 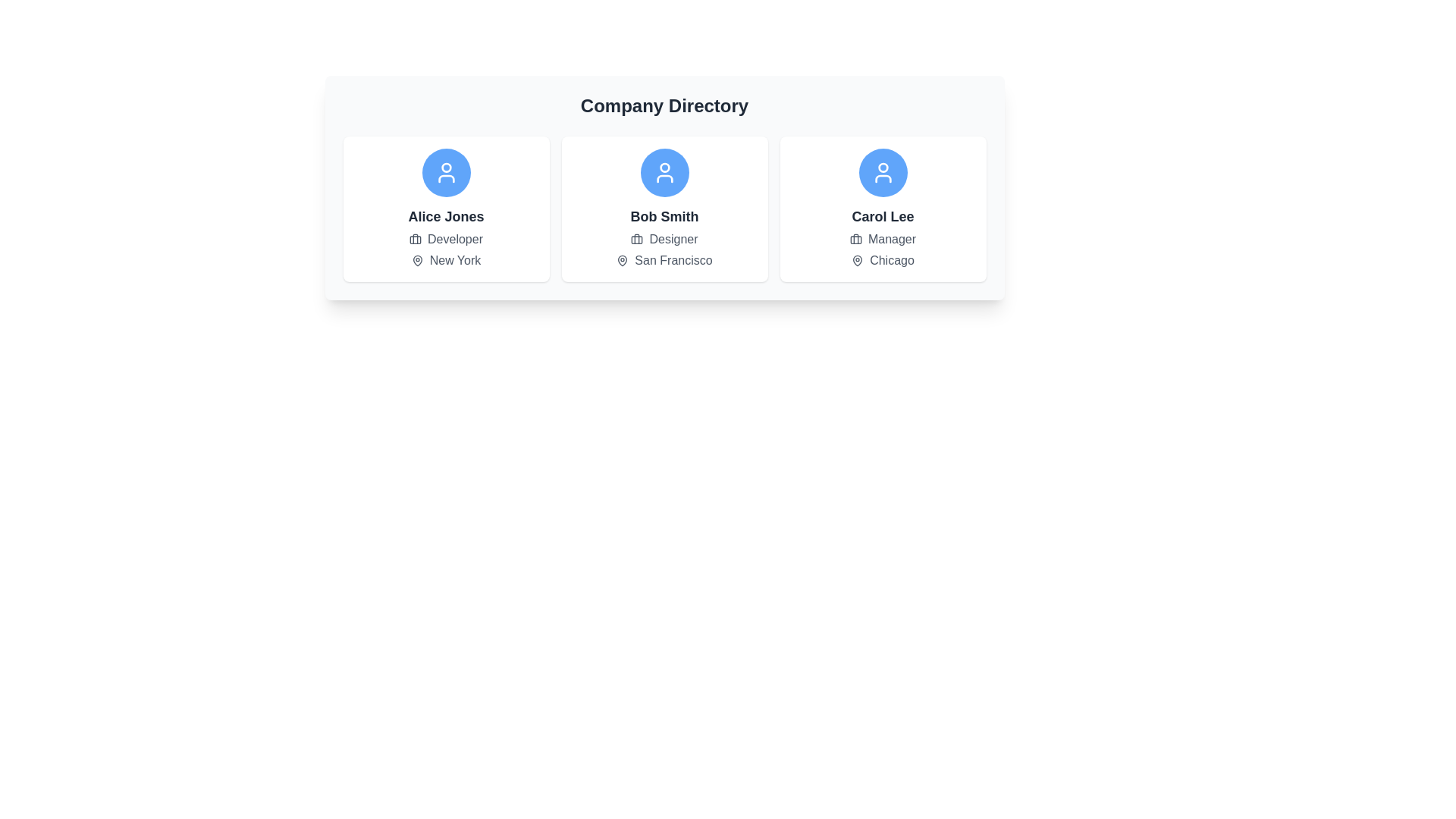 What do you see at coordinates (445, 216) in the screenshot?
I see `the static text label displaying 'Alice Jones' in bold, large dark gray font located in the first card of the 'Company Directory' section` at bounding box center [445, 216].